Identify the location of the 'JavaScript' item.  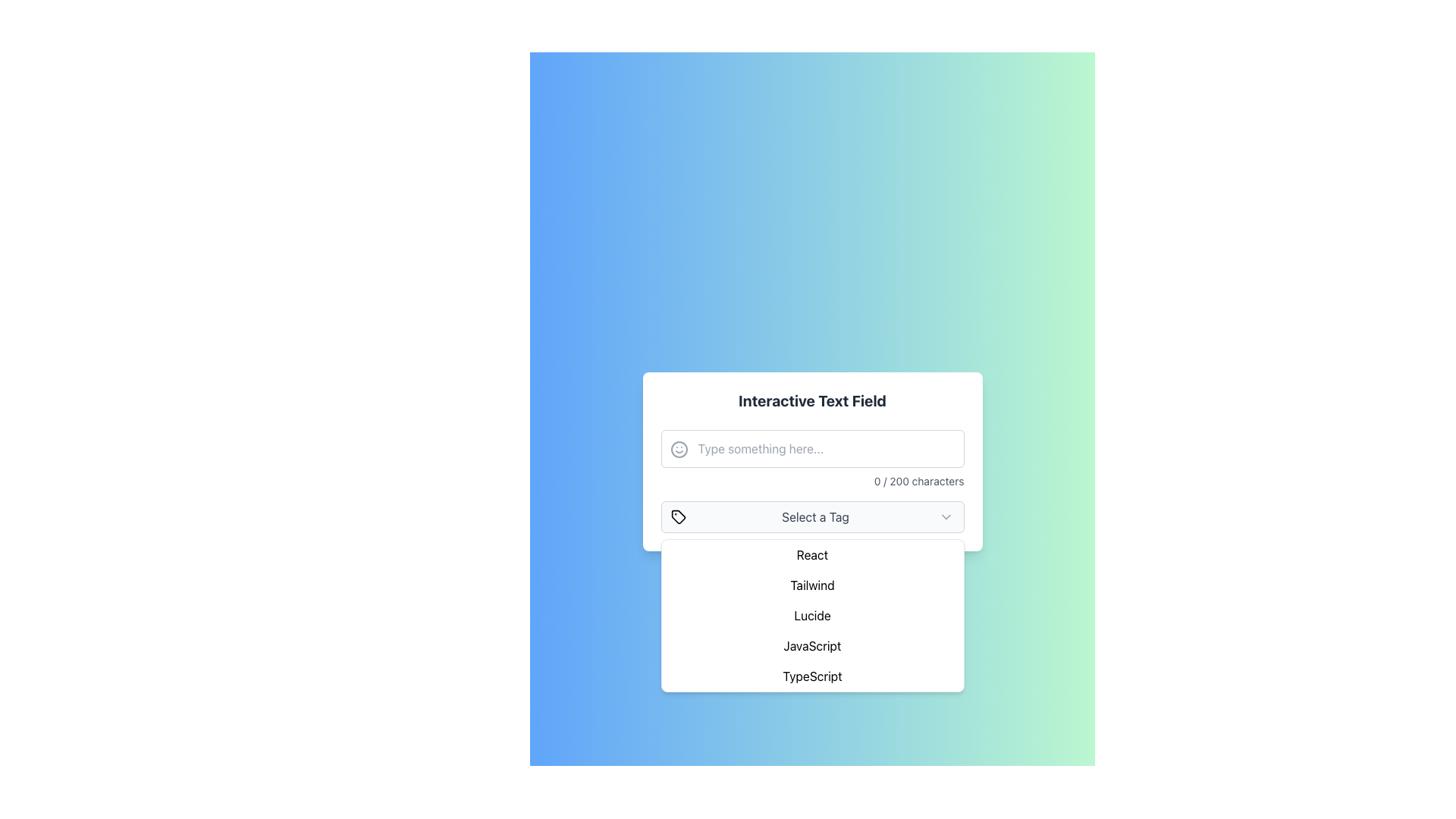
(811, 646).